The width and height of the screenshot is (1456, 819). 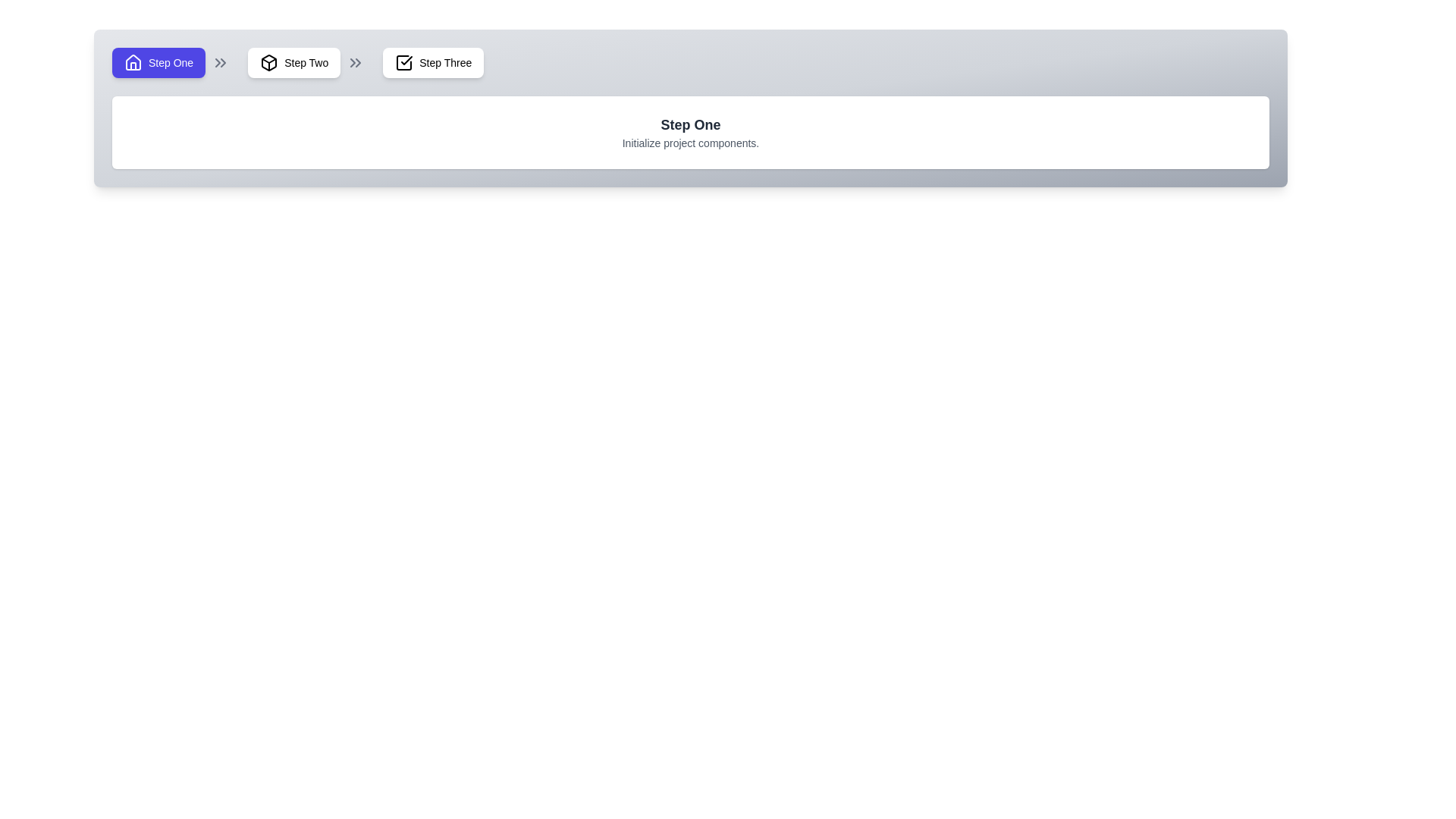 What do you see at coordinates (444, 62) in the screenshot?
I see `the text label 'Step Three' which is centrally displayed within its rectangular button interface` at bounding box center [444, 62].